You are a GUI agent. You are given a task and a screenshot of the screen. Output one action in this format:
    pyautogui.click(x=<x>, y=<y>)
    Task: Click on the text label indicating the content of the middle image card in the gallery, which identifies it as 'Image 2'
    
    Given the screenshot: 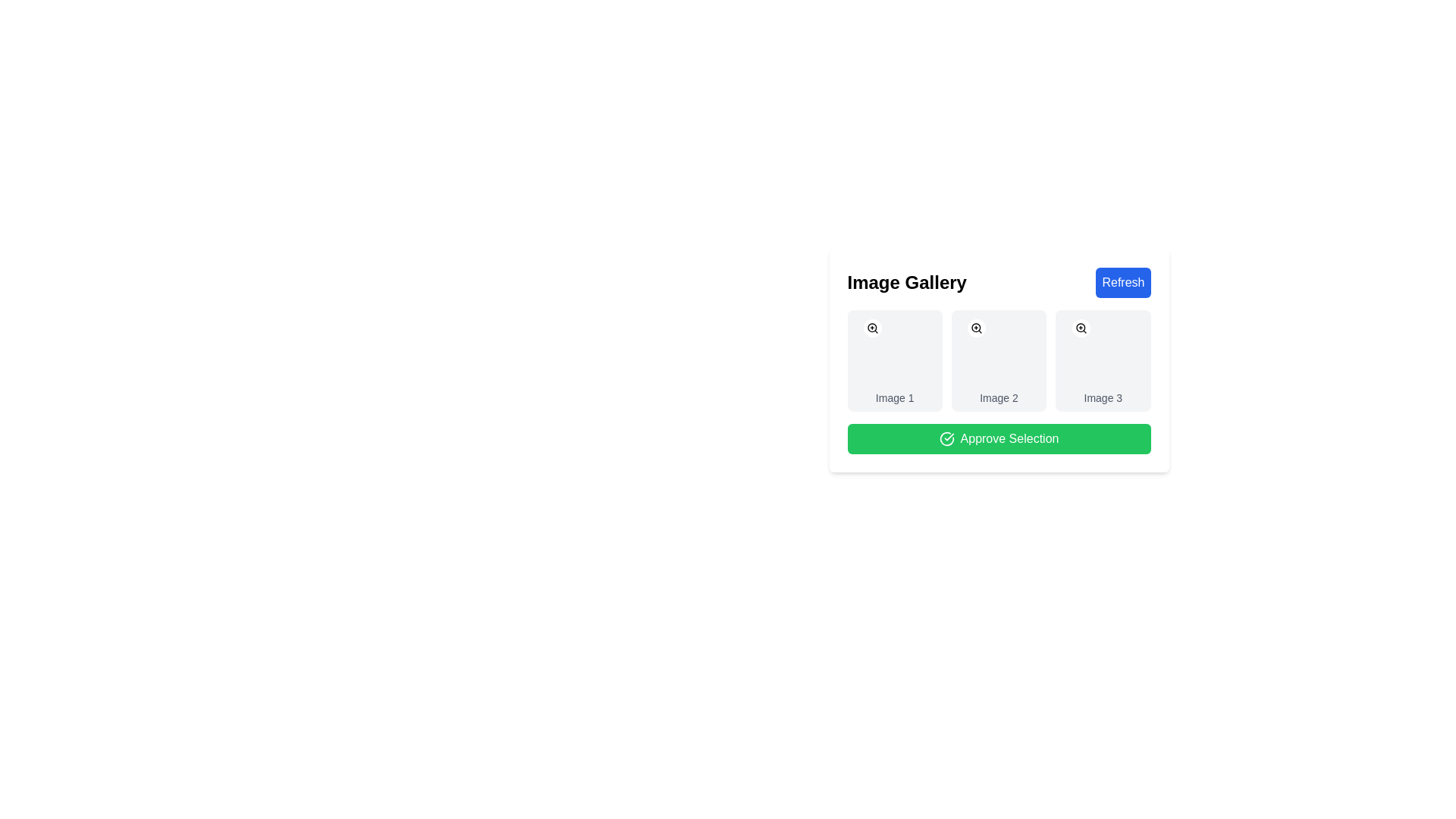 What is the action you would take?
    pyautogui.click(x=999, y=397)
    